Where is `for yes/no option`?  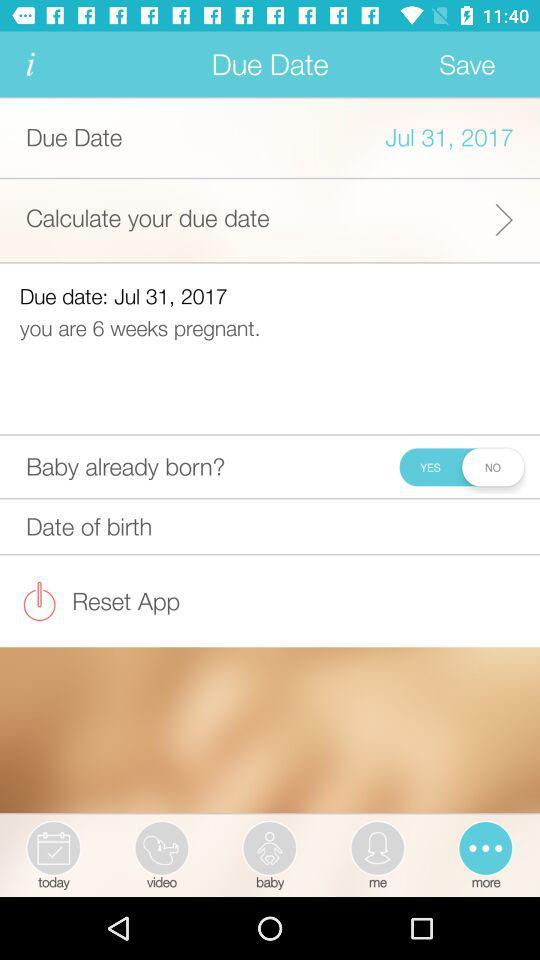 for yes/no option is located at coordinates (461, 466).